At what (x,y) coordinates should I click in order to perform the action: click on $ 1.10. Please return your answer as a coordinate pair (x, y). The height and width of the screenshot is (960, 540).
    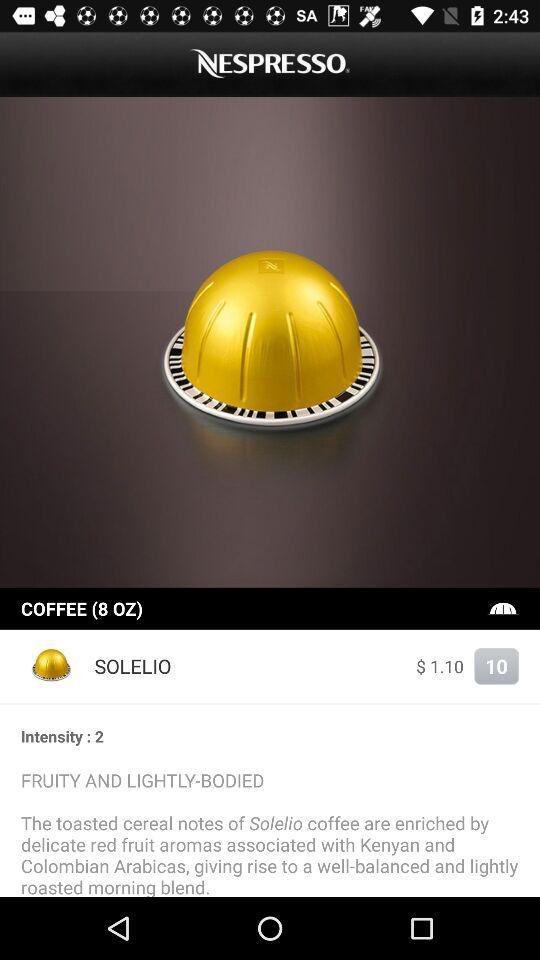
    Looking at the image, I should click on (440, 666).